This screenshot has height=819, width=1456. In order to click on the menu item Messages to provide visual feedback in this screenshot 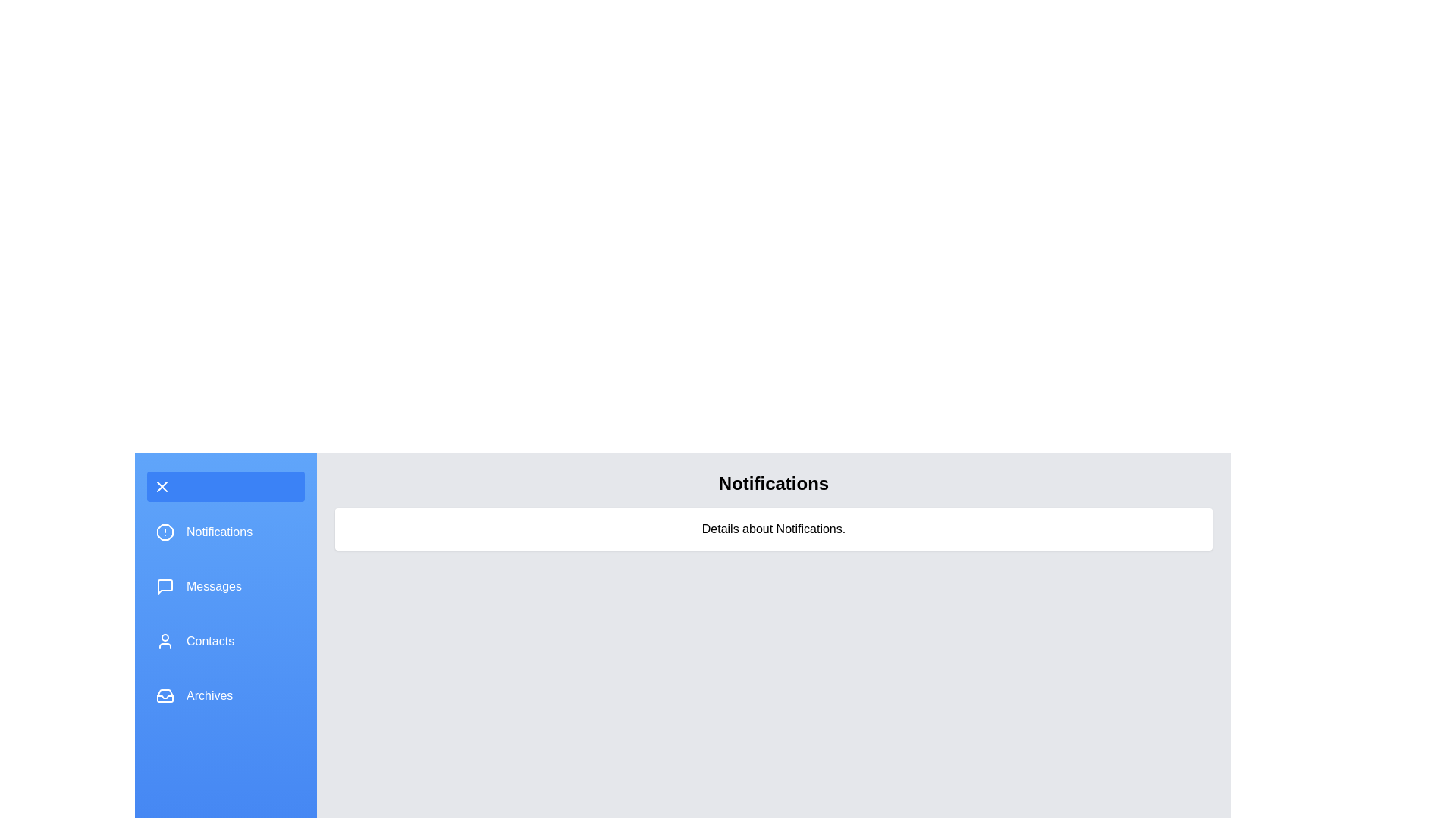, I will do `click(224, 586)`.